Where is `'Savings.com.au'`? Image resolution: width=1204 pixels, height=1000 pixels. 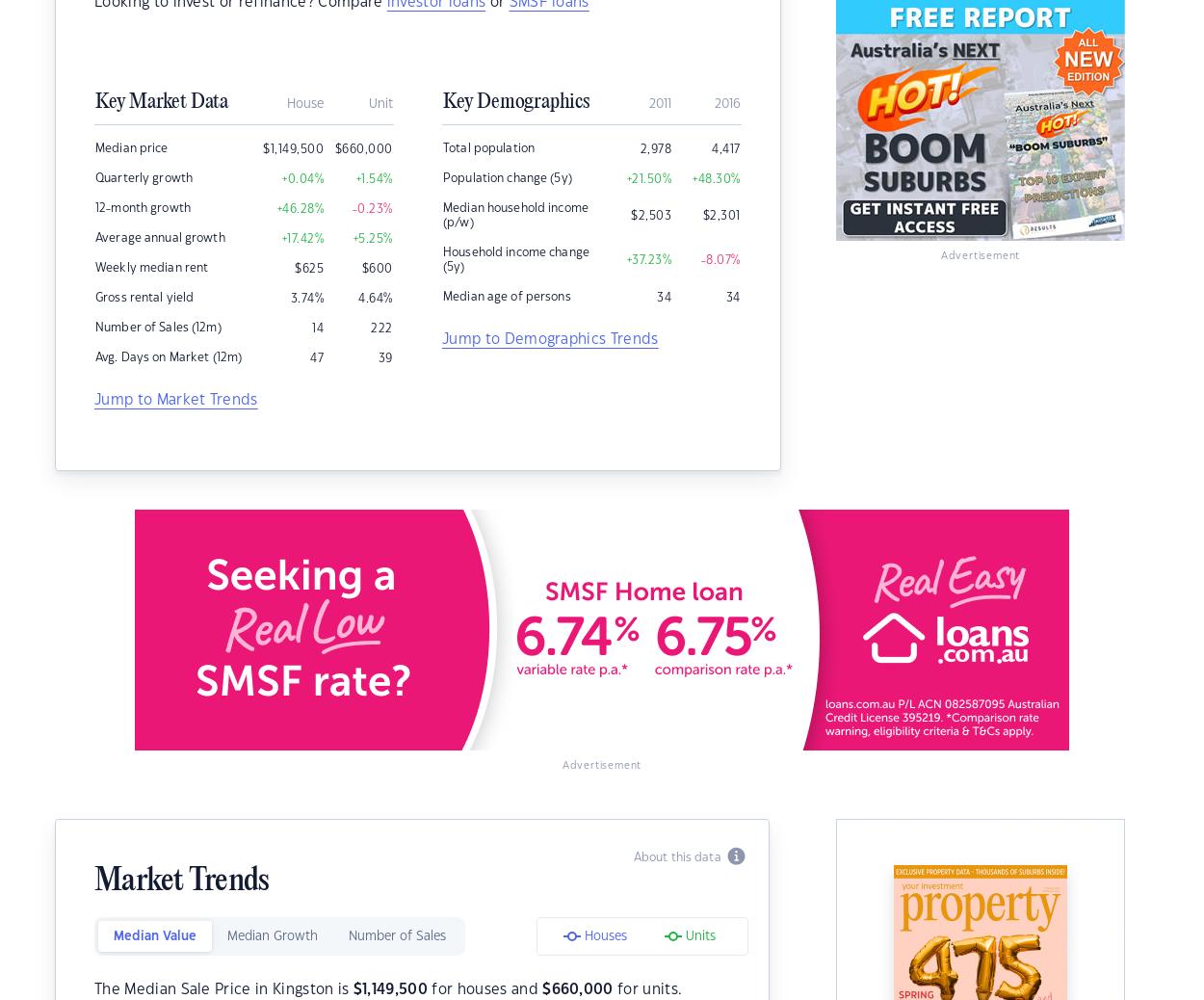 'Savings.com.au' is located at coordinates (266, 907).